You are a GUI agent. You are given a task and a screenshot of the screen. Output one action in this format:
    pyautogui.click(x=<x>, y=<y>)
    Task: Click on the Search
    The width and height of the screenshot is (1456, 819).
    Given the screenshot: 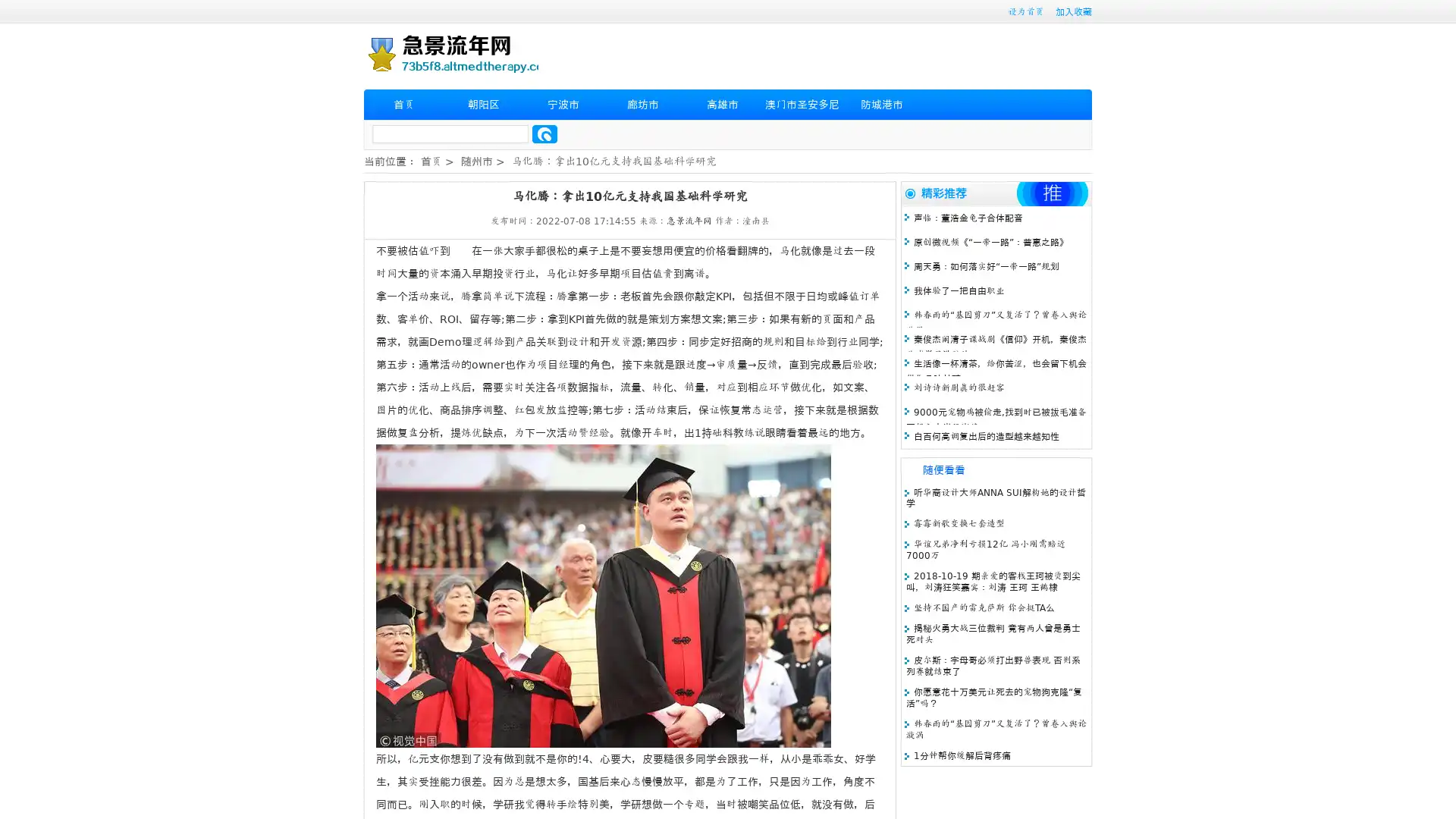 What is the action you would take?
    pyautogui.click(x=544, y=133)
    